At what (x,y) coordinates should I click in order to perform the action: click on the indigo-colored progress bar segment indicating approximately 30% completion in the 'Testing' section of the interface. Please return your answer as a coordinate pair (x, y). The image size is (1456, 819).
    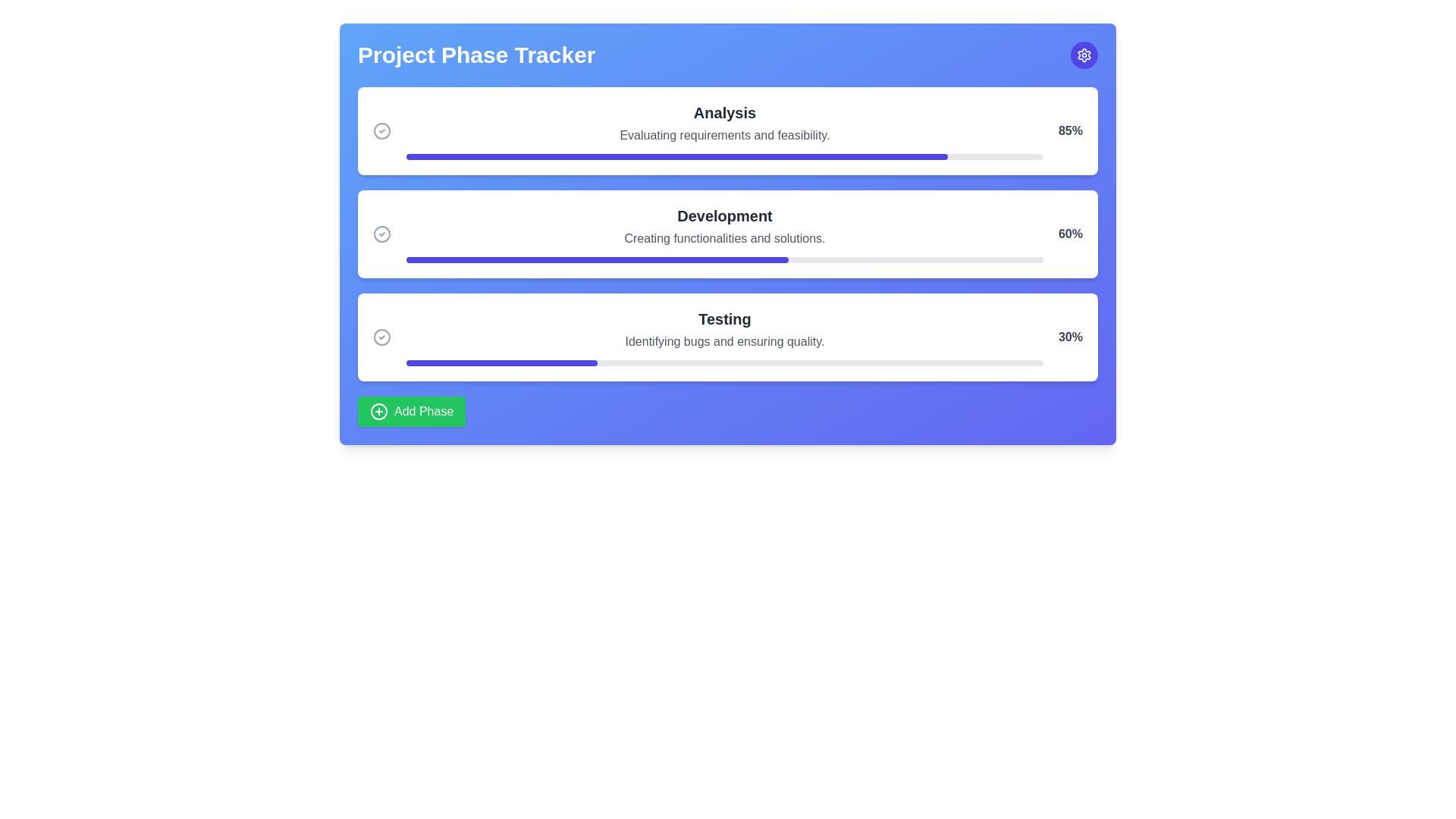
    Looking at the image, I should click on (502, 362).